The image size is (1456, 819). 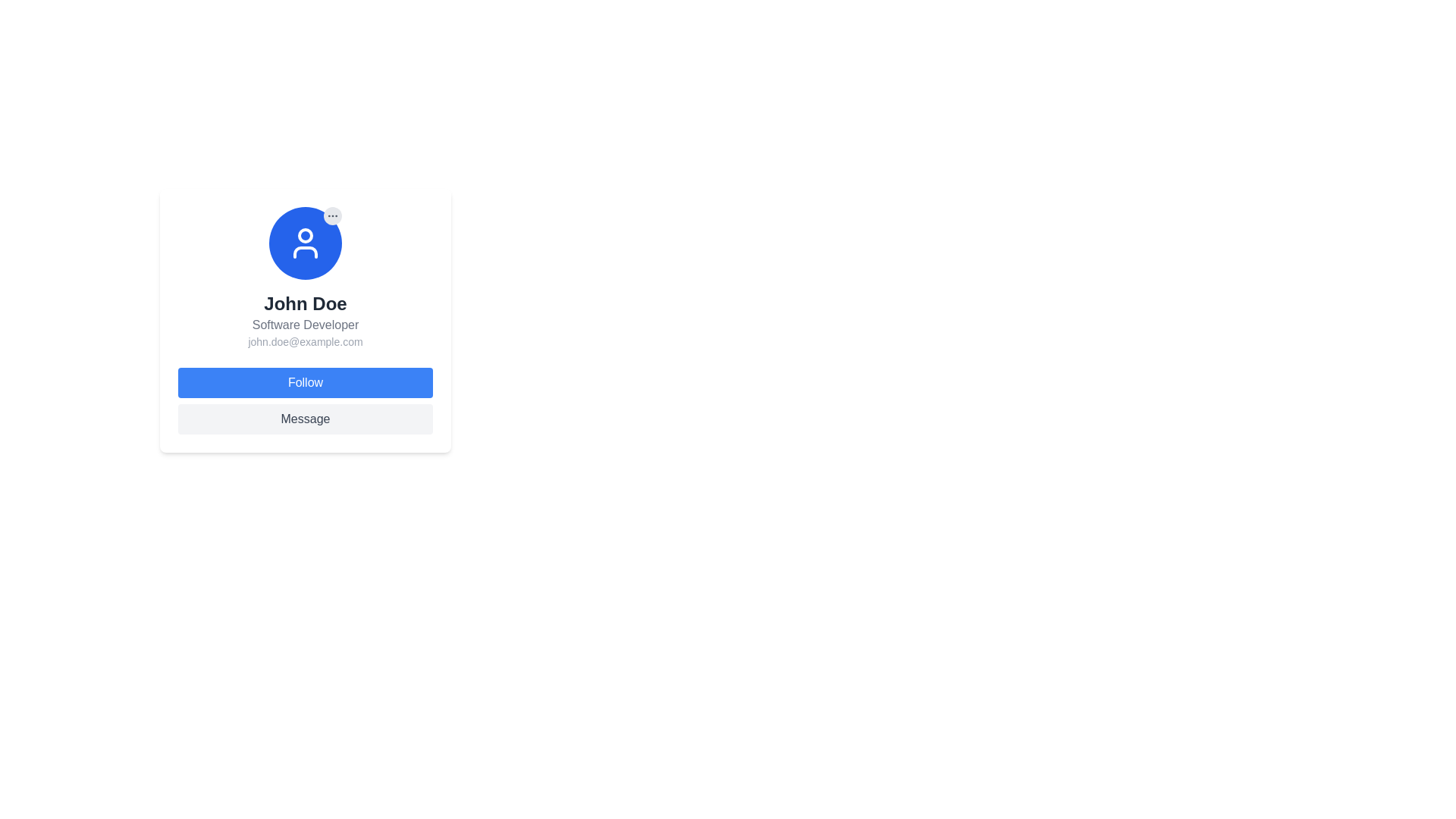 What do you see at coordinates (305, 342) in the screenshot?
I see `the text 'john.doe@example.com' displayed in small, gray font, which is located below the title 'Software Developer' and above the buttons 'Follow' and 'Message'` at bounding box center [305, 342].